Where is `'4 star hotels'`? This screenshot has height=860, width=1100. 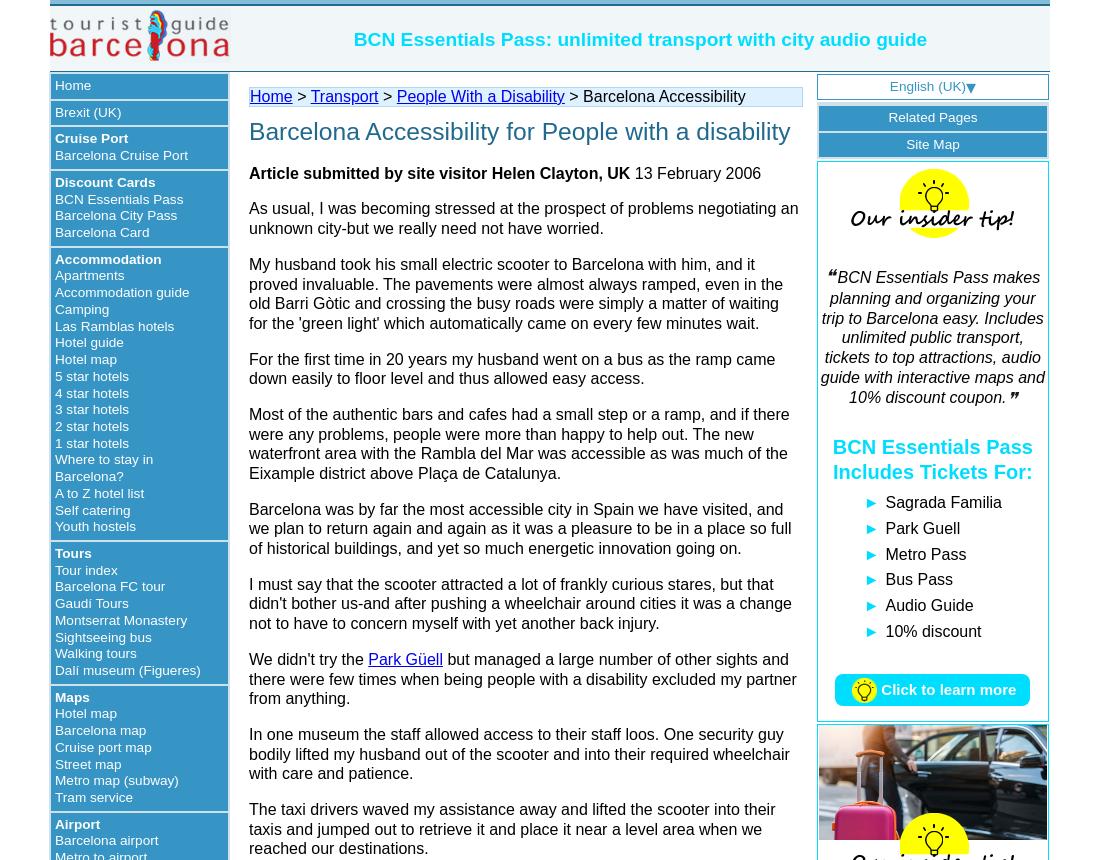 '4 star hotels' is located at coordinates (91, 391).